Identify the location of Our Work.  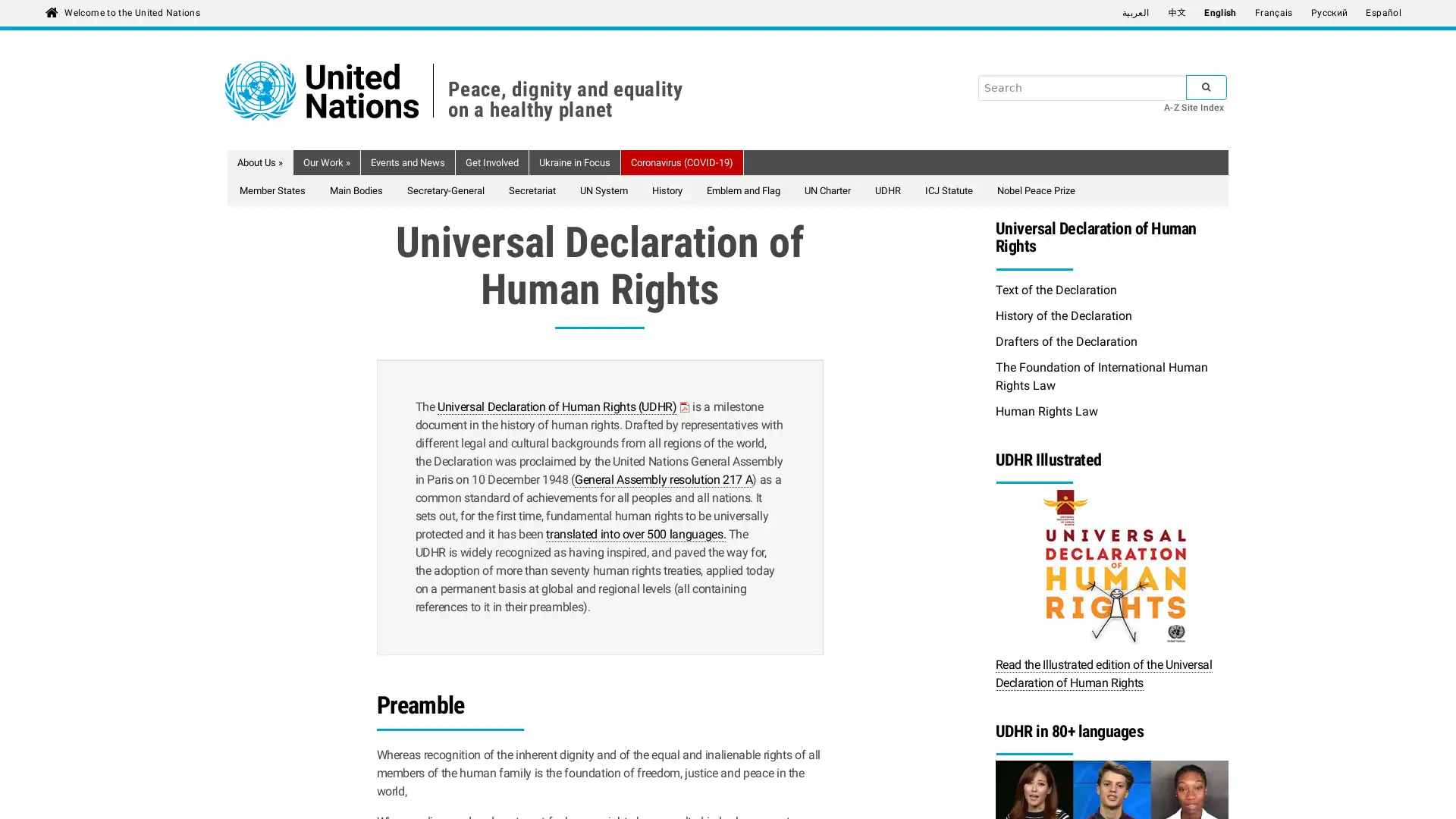
(326, 162).